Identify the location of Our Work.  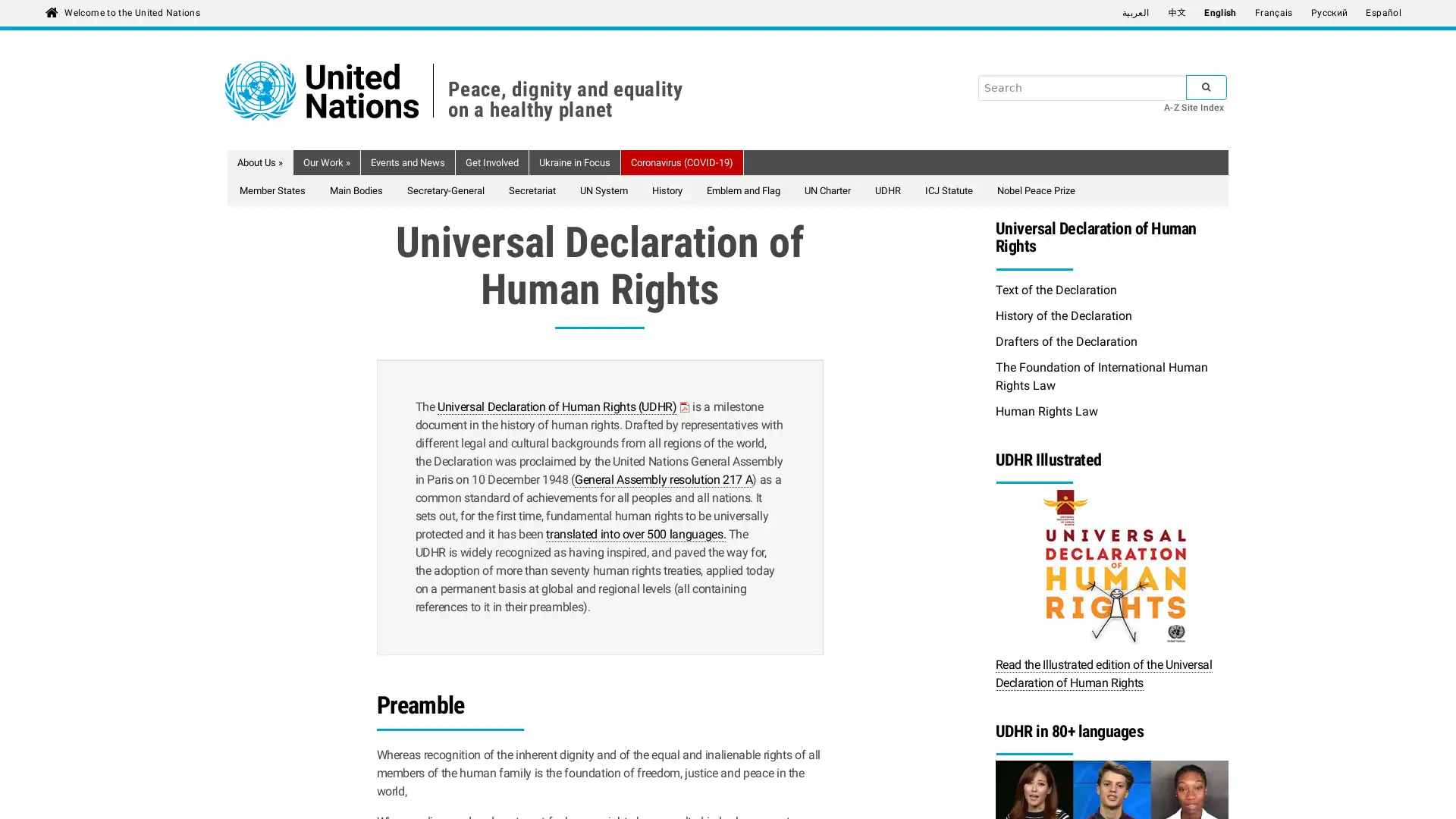
(326, 162).